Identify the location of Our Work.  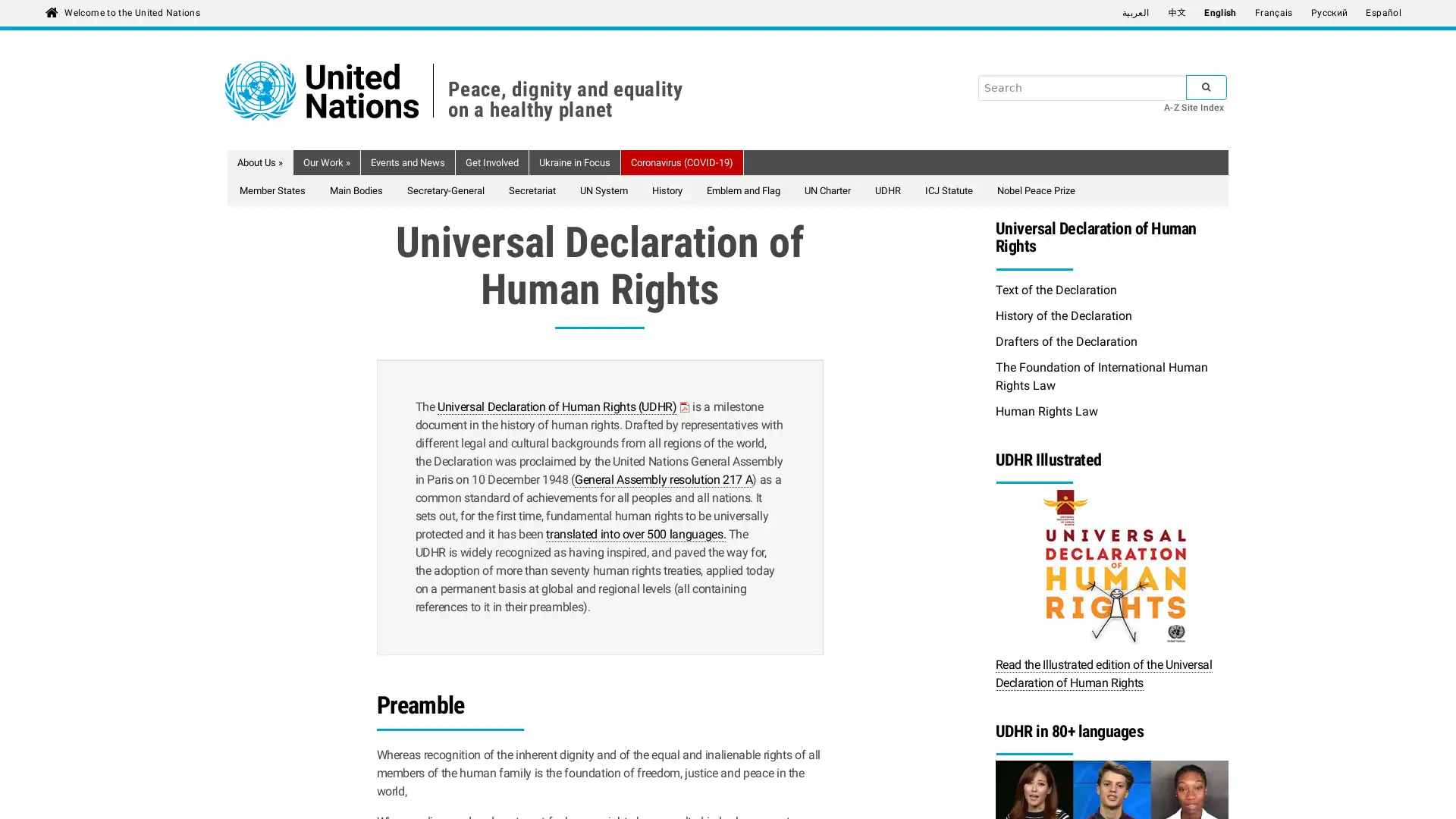
(326, 162).